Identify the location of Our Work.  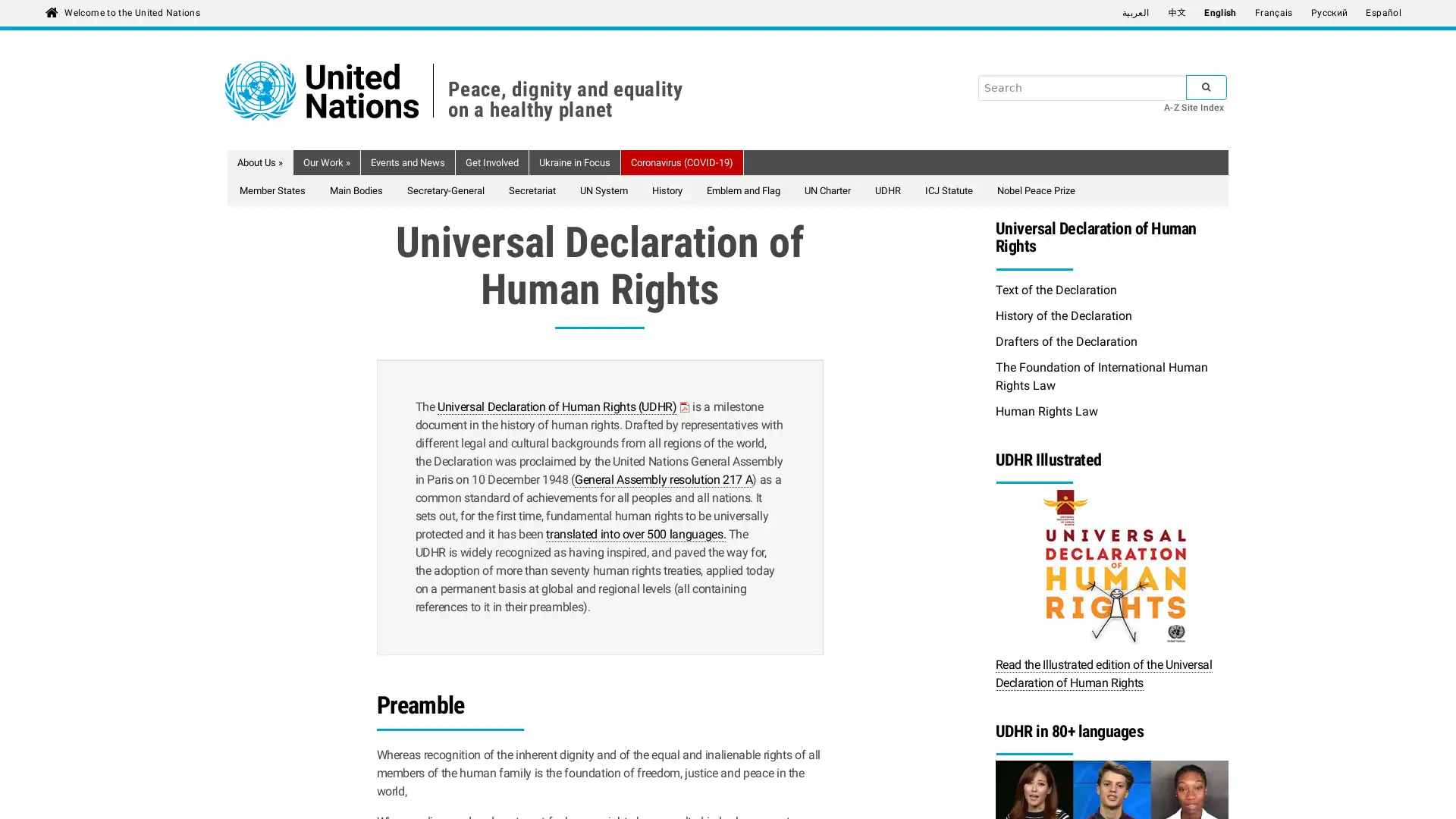
(326, 162).